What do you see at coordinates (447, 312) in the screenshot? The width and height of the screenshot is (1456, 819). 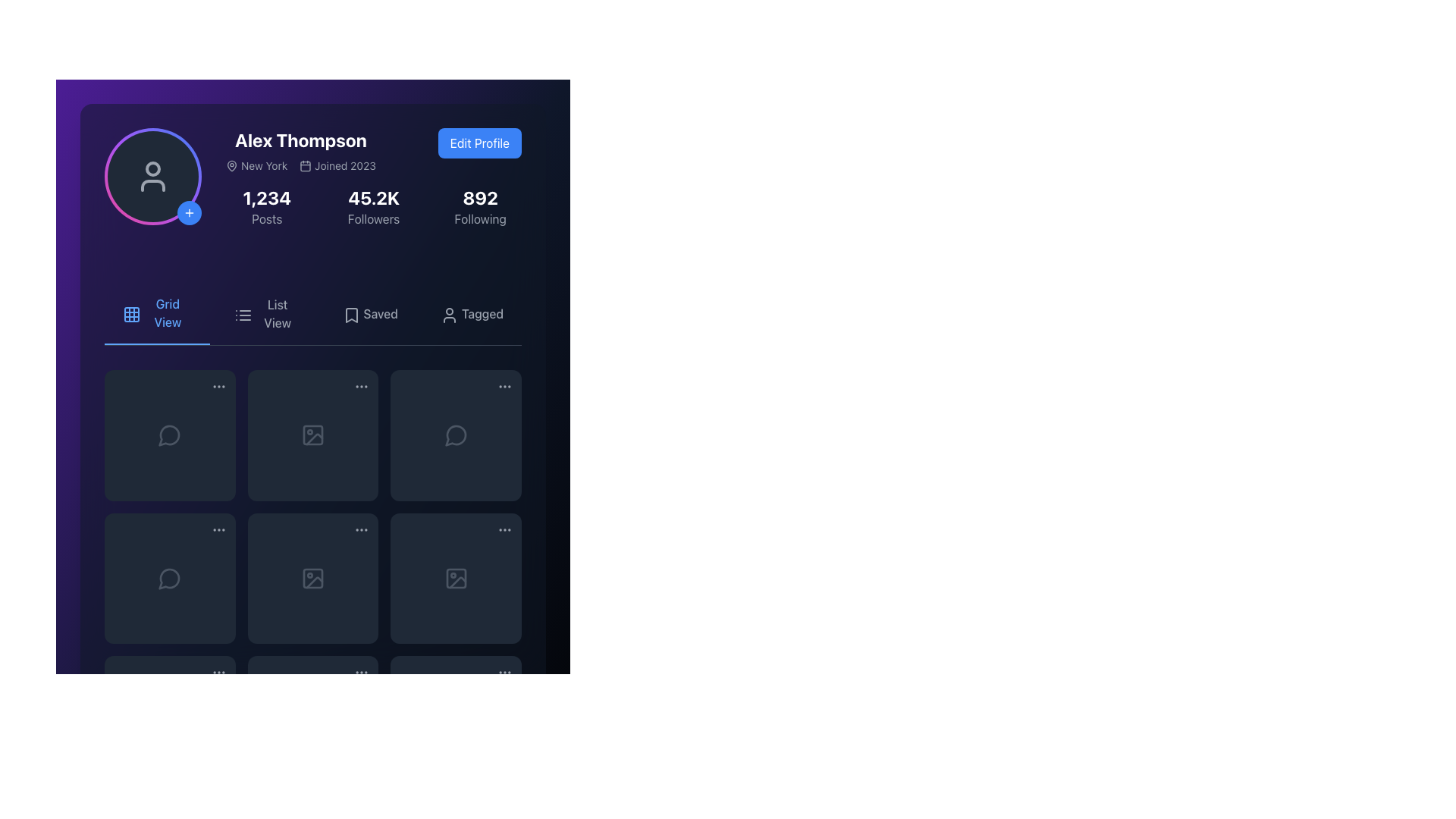 I see `the 'Tagged' icon located` at bounding box center [447, 312].